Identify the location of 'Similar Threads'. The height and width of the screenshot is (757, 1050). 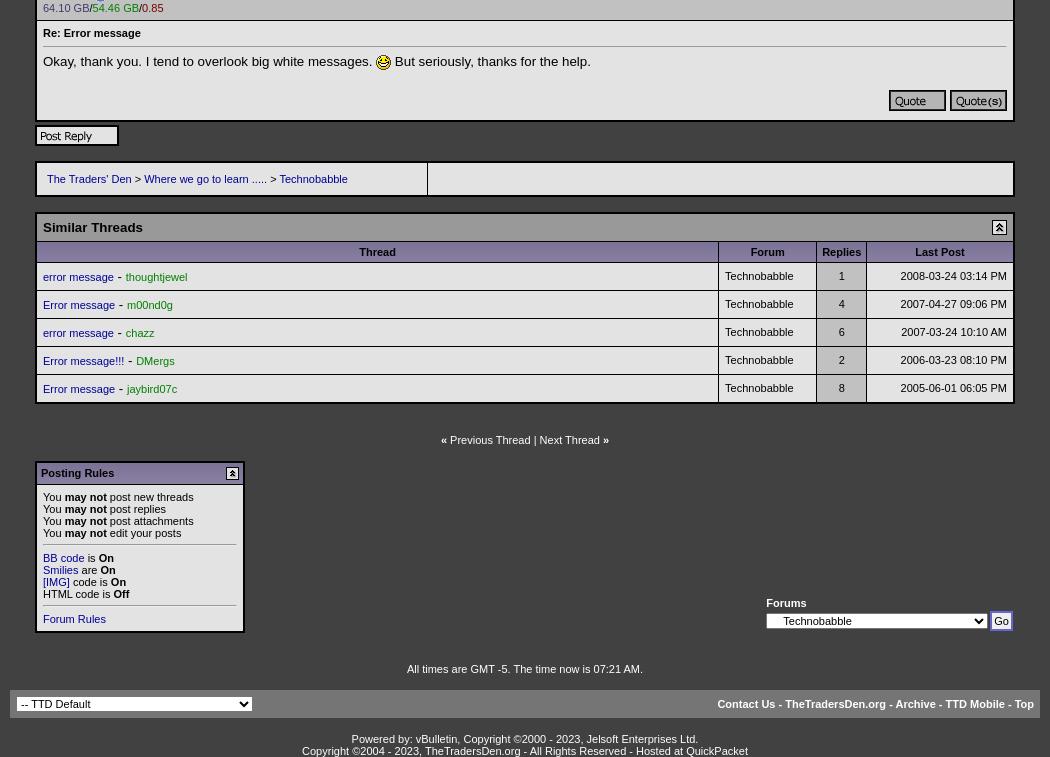
(42, 225).